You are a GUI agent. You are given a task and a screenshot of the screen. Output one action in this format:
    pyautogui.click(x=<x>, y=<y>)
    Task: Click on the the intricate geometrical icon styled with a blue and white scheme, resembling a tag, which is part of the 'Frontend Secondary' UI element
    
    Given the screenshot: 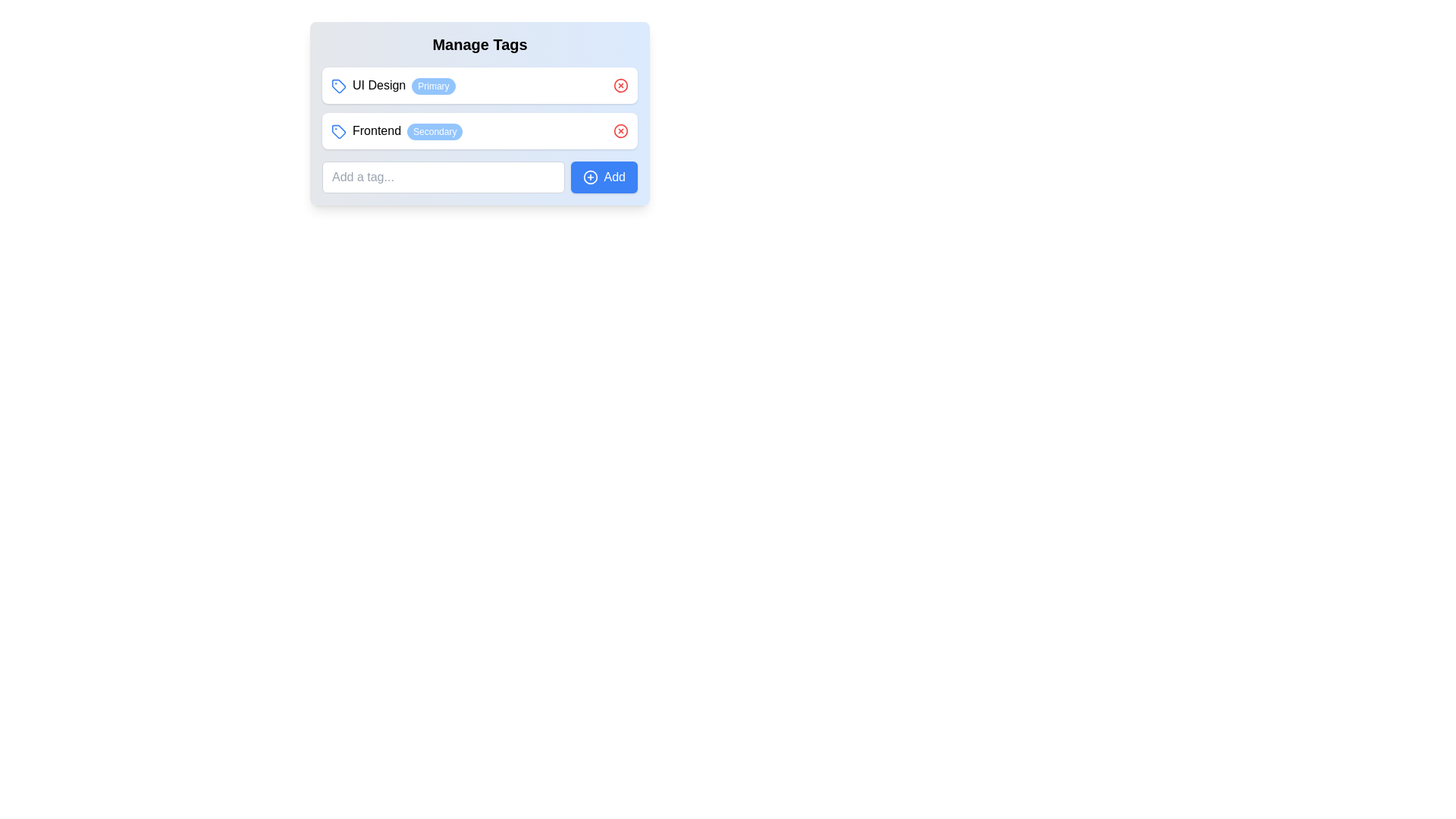 What is the action you would take?
    pyautogui.click(x=337, y=86)
    